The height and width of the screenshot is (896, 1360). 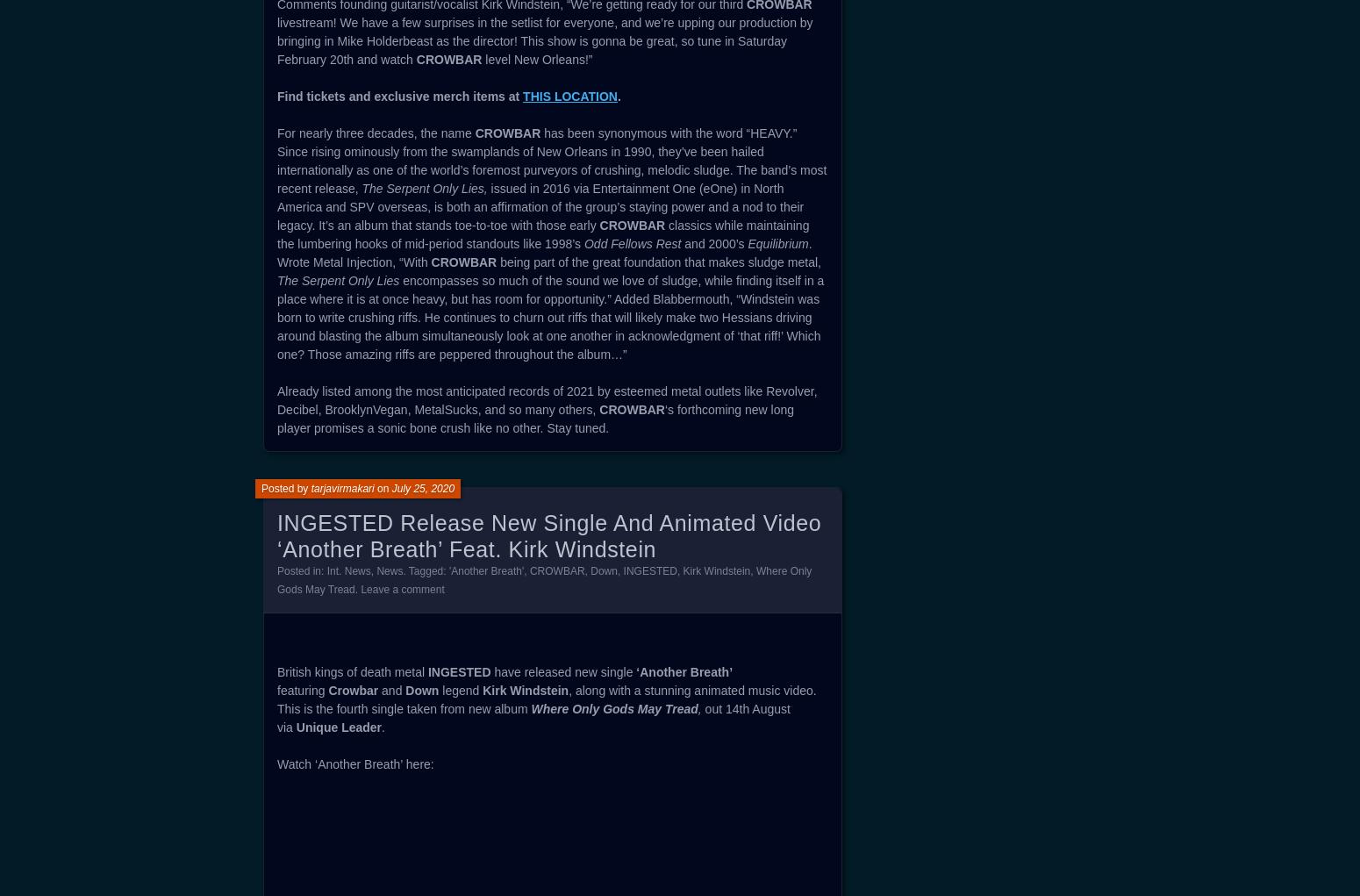 I want to click on 'News', so click(x=390, y=570).